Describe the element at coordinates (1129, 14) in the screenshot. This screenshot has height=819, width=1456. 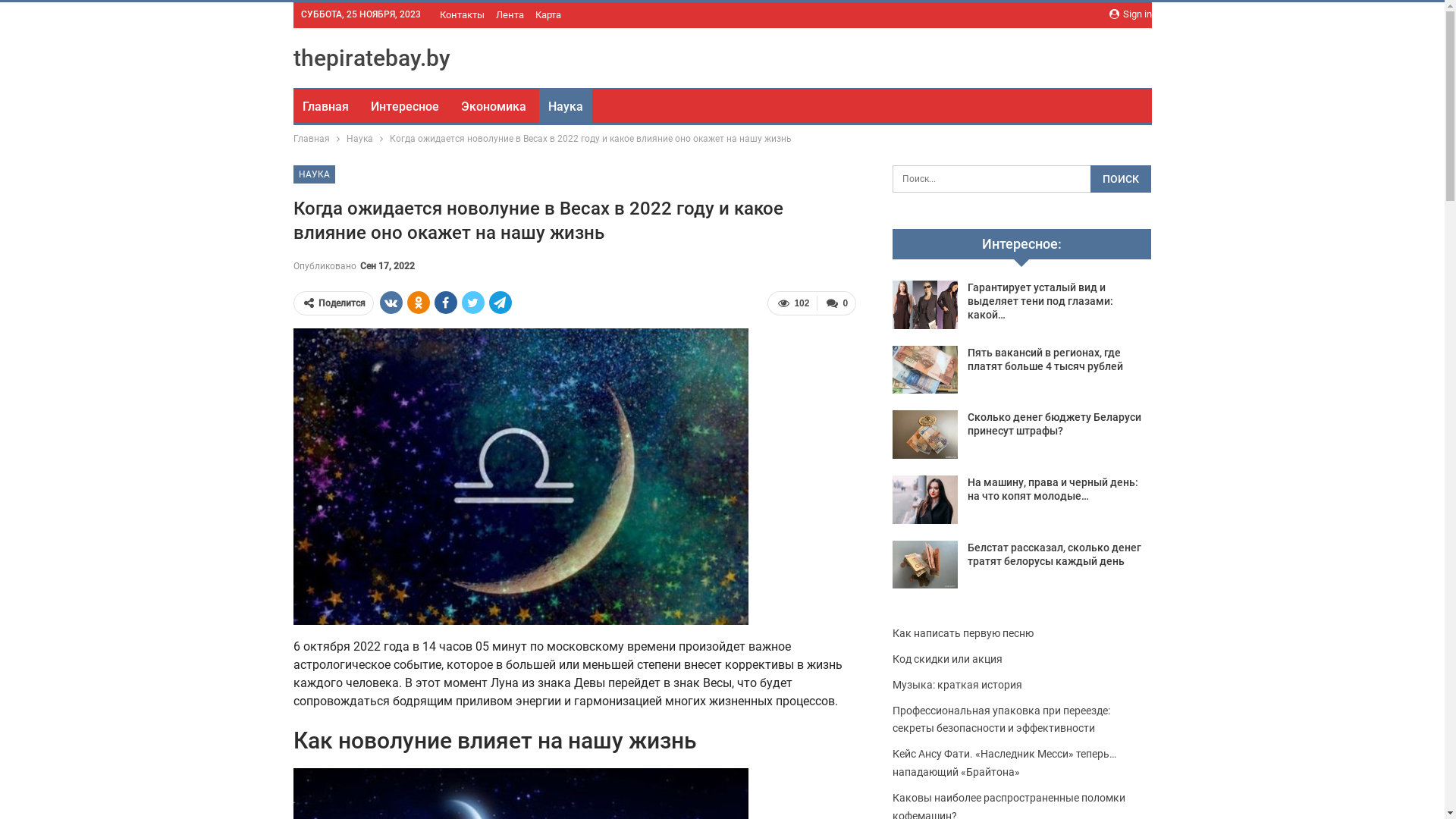
I see `'Sign in'` at that location.